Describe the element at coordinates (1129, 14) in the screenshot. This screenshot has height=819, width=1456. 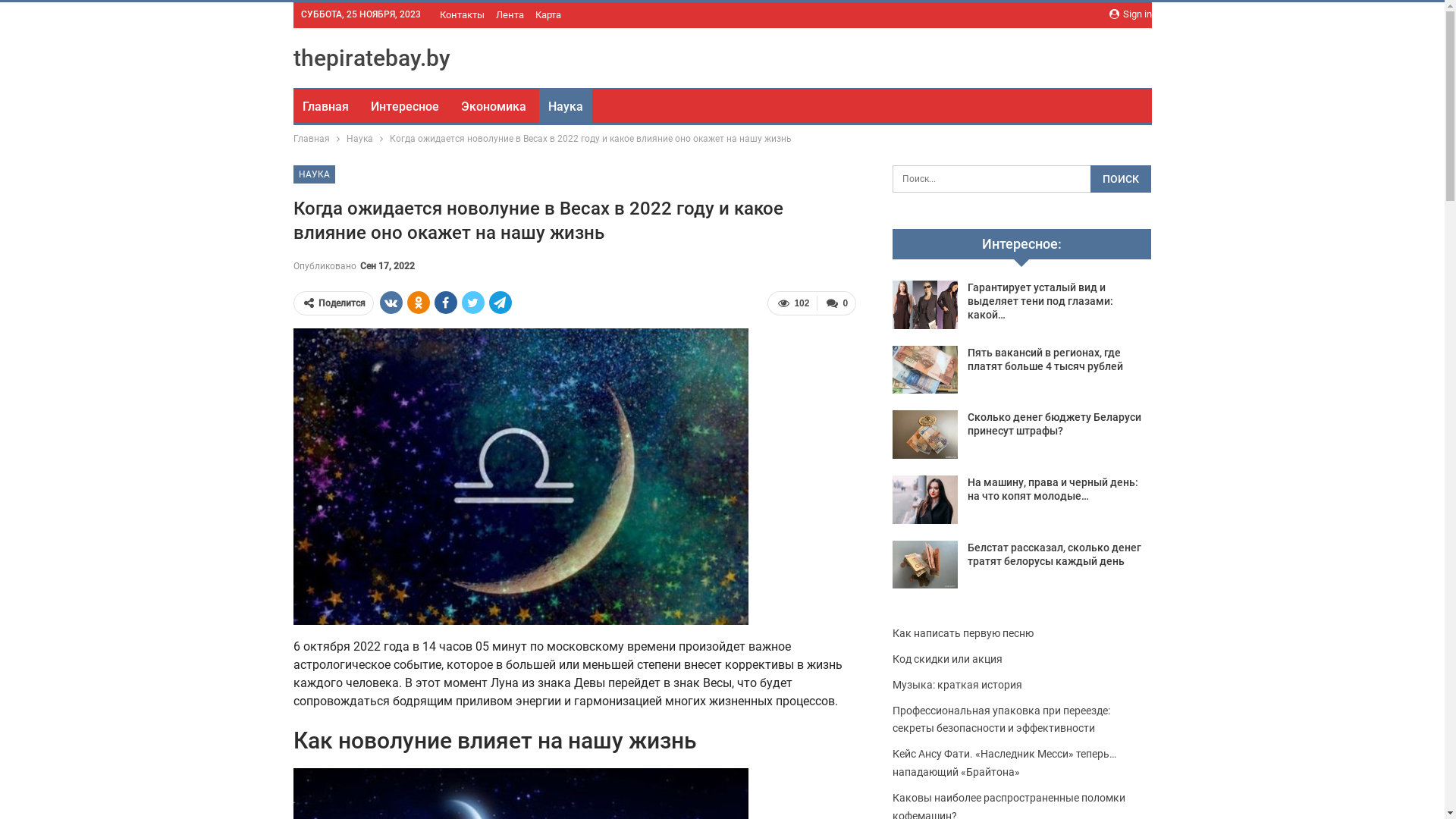
I see `'Sign in'` at that location.